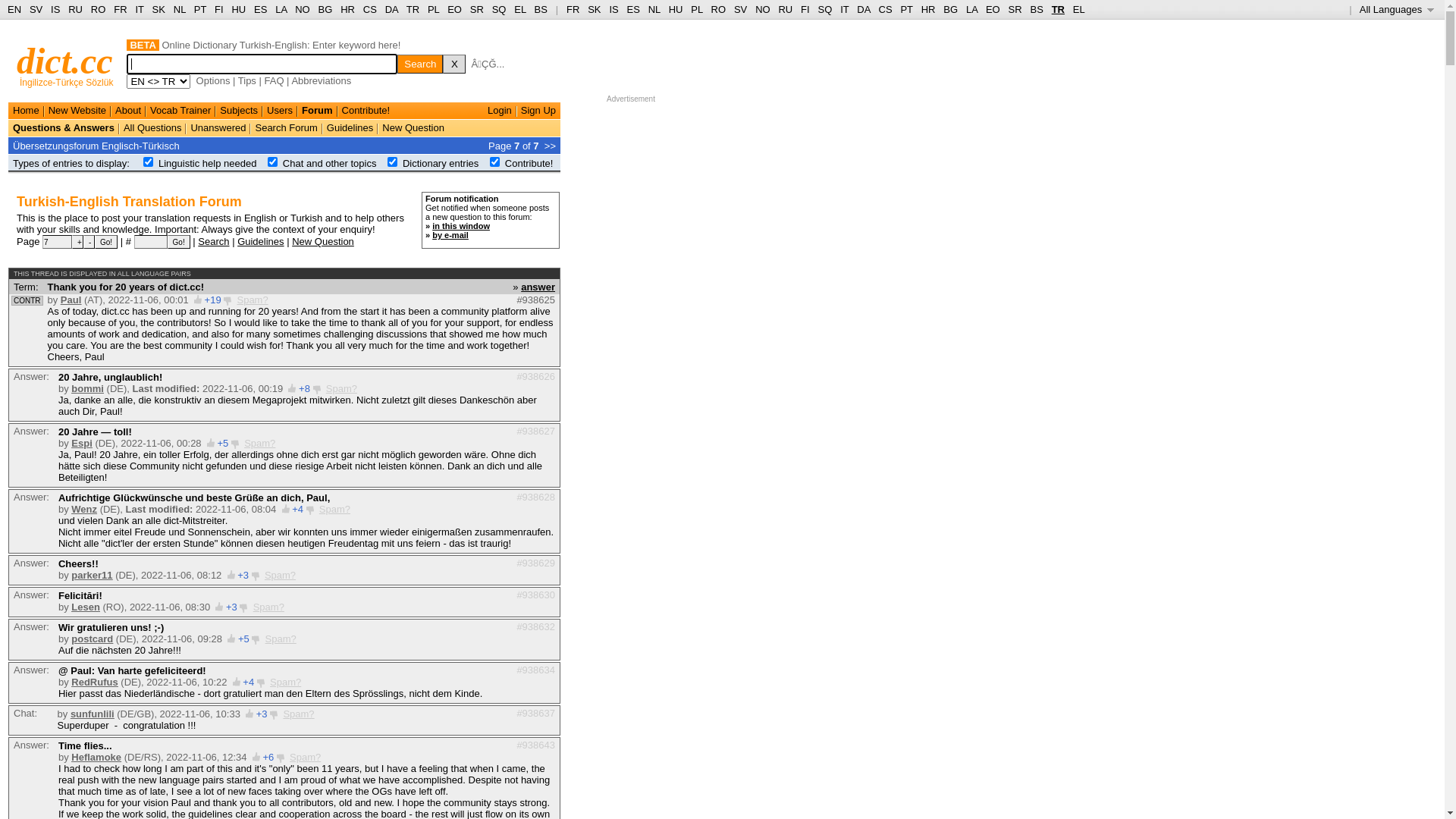  Describe the element at coordinates (237, 9) in the screenshot. I see `'HU'` at that location.